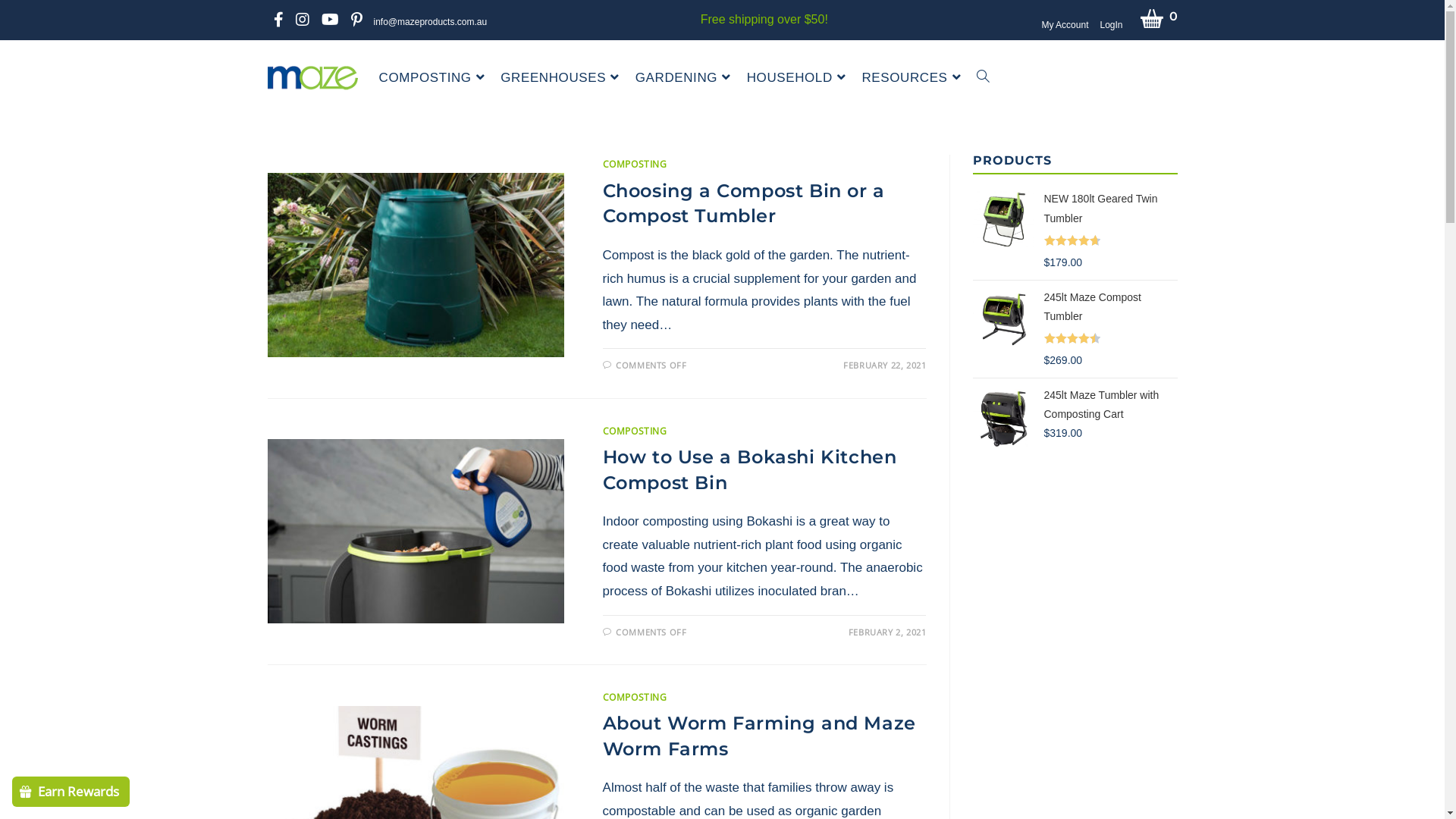 This screenshot has height=819, width=1456. What do you see at coordinates (743, 202) in the screenshot?
I see `'Choosing a Compost Bin or a Compost Tumbler'` at bounding box center [743, 202].